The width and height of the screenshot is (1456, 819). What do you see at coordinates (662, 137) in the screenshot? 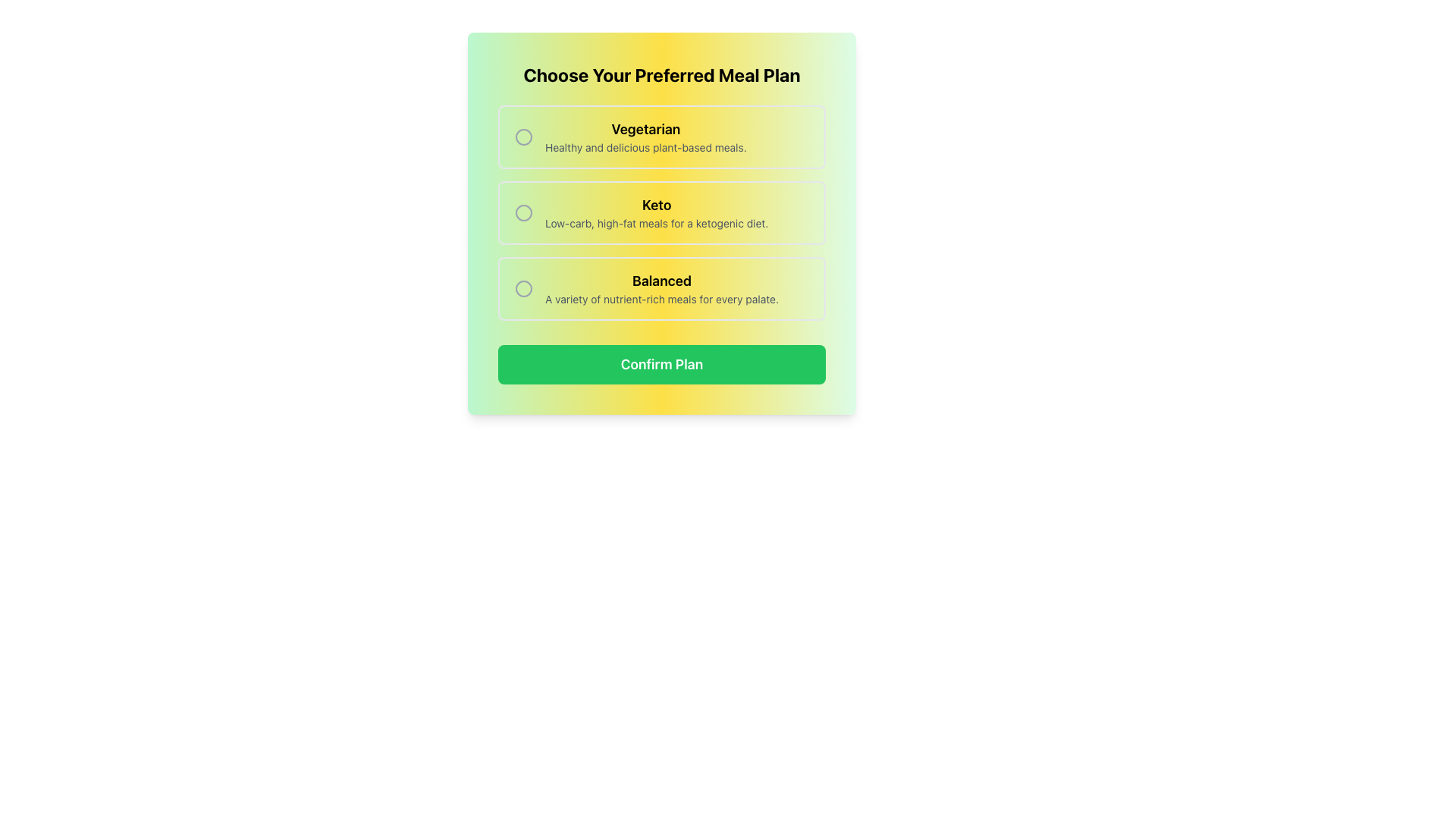
I see `the 'Vegetarian' radio button` at bounding box center [662, 137].